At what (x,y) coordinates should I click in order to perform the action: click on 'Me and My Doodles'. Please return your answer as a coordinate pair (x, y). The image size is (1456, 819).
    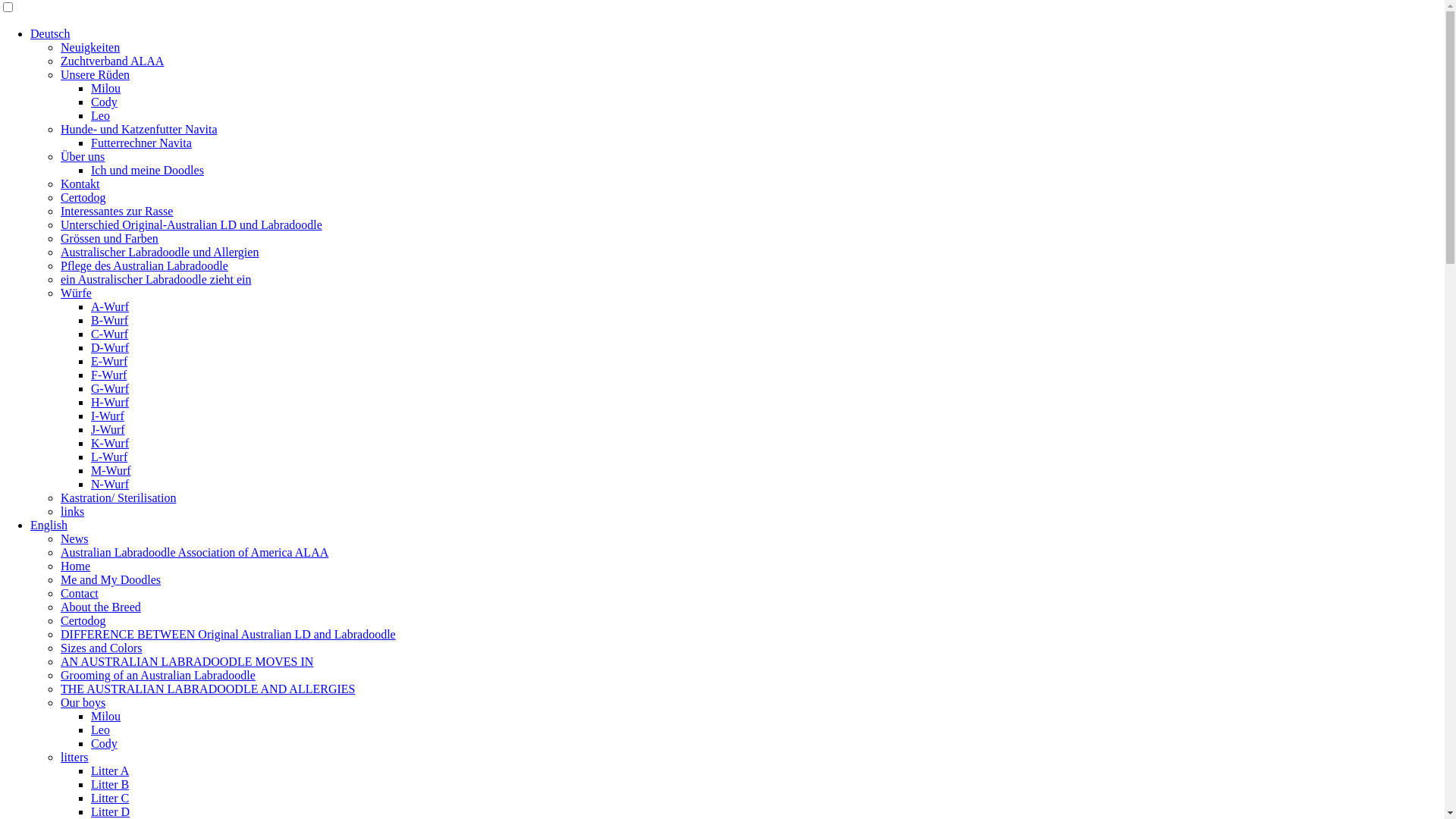
    Looking at the image, I should click on (109, 579).